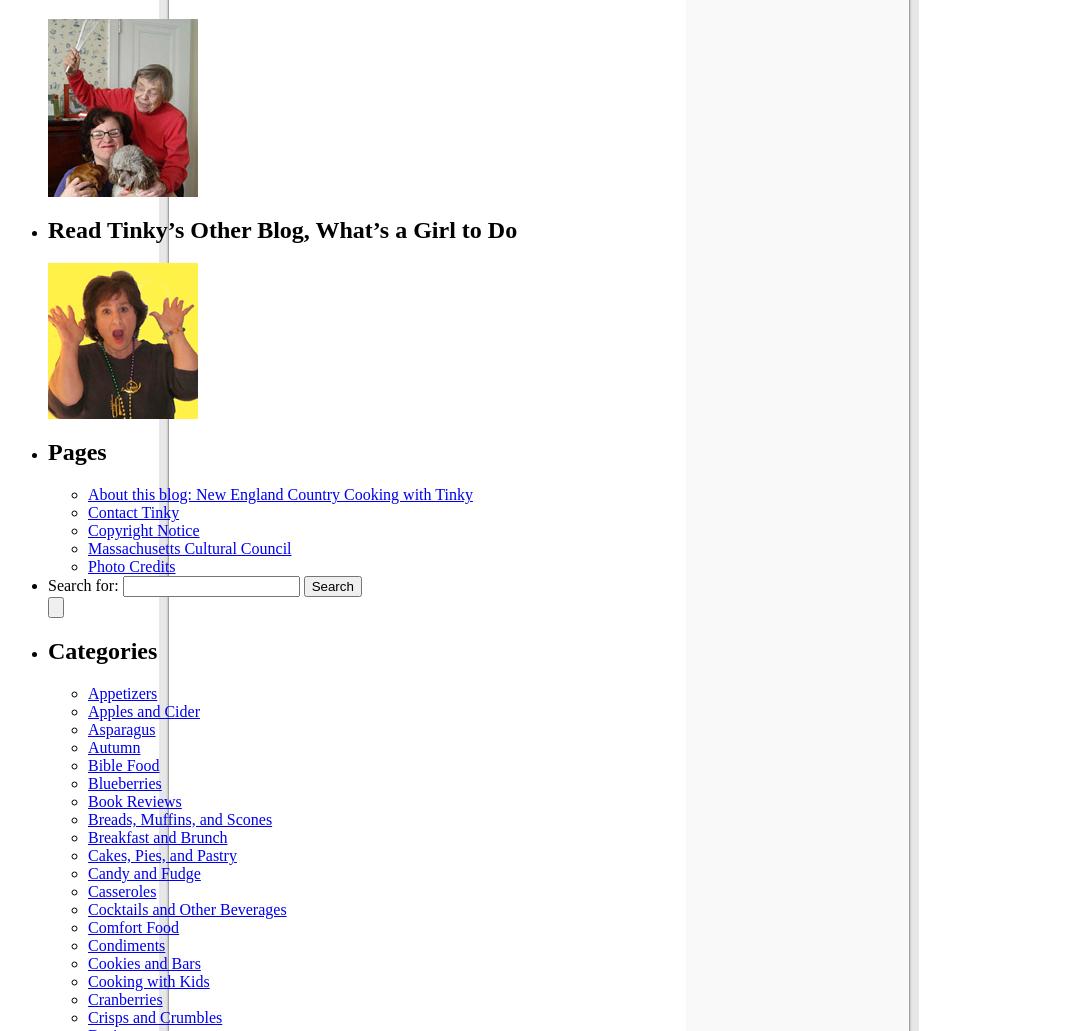 The height and width of the screenshot is (1031, 1077). I want to click on 'Comfort Food', so click(133, 927).